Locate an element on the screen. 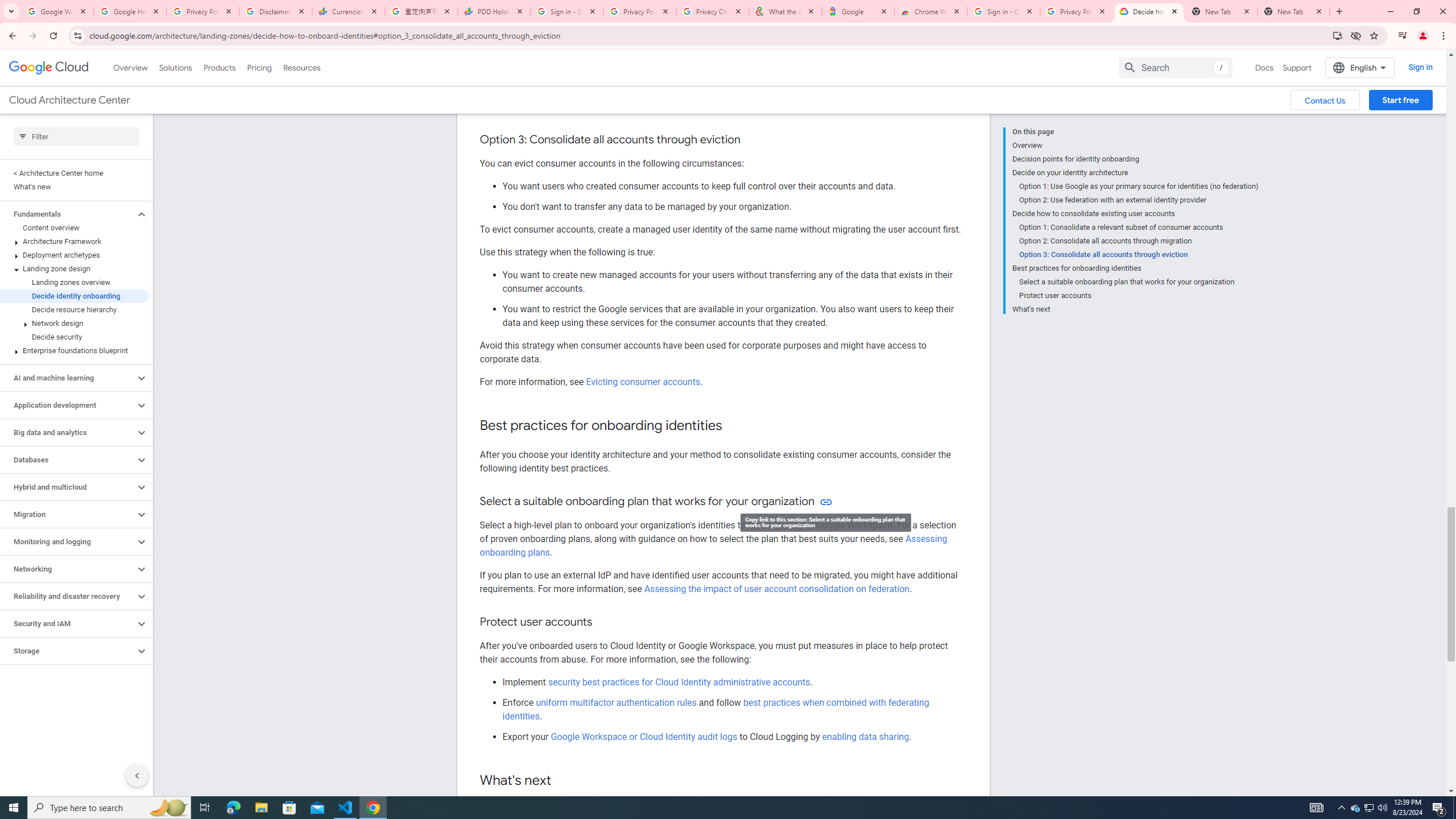 The width and height of the screenshot is (1456, 819). 'Hybrid and multicloud' is located at coordinates (67, 486).